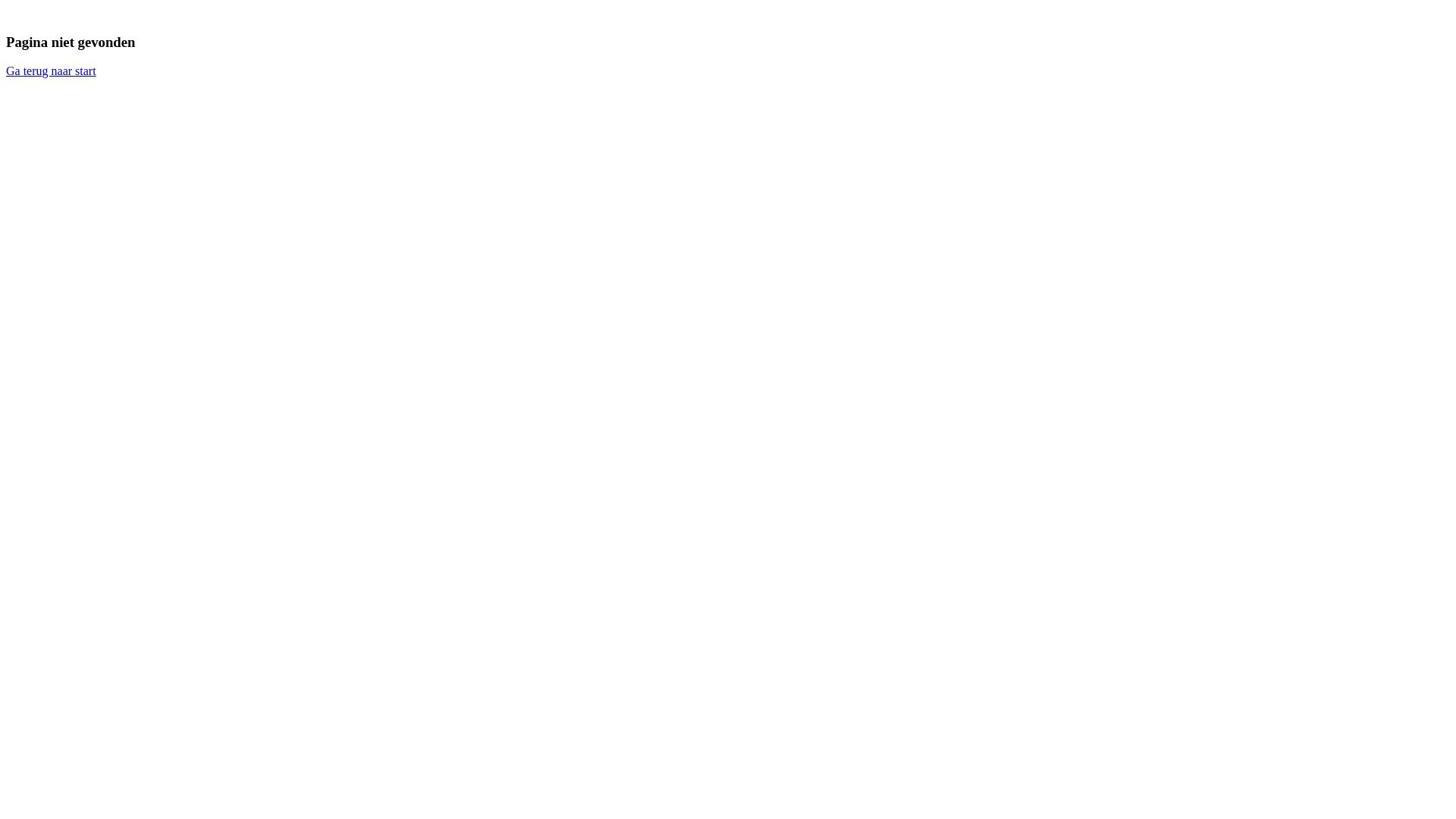 The width and height of the screenshot is (1456, 819). What do you see at coordinates (6, 71) in the screenshot?
I see `'Ga terug naar start'` at bounding box center [6, 71].